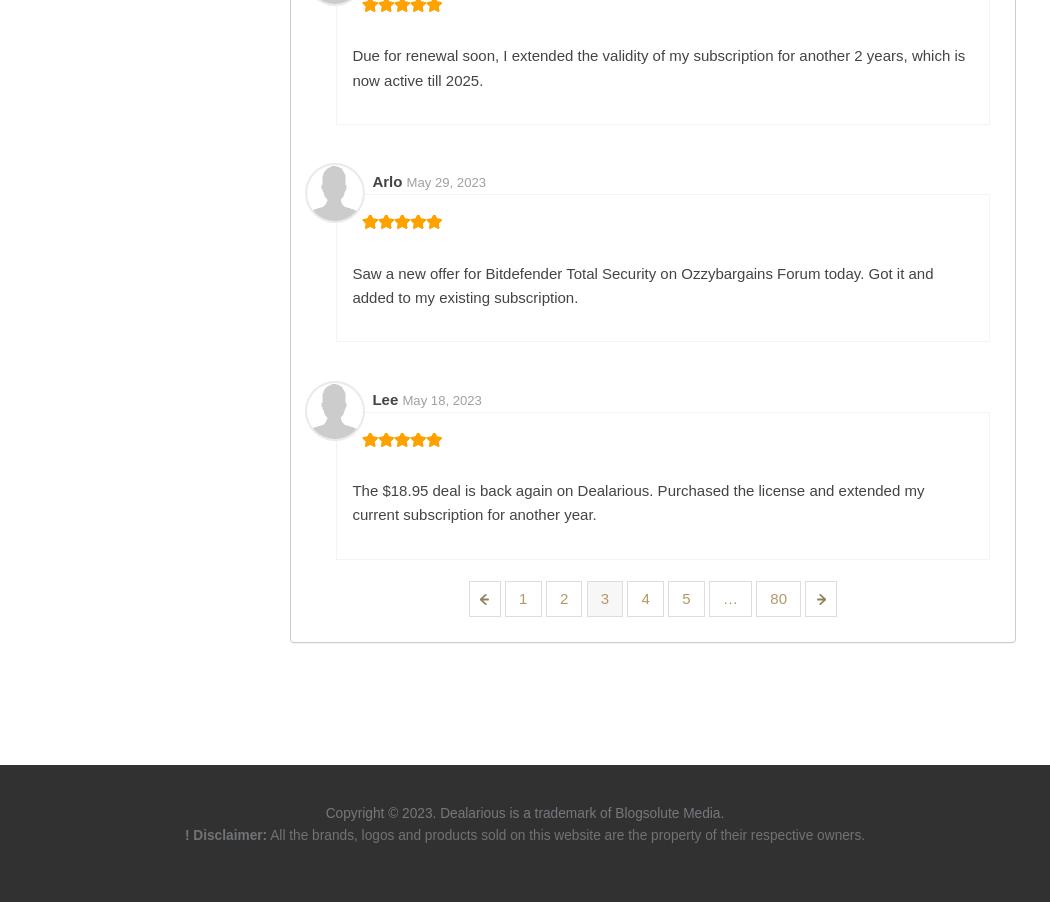 This screenshot has width=1050, height=902. Describe the element at coordinates (778, 598) in the screenshot. I see `'80'` at that location.